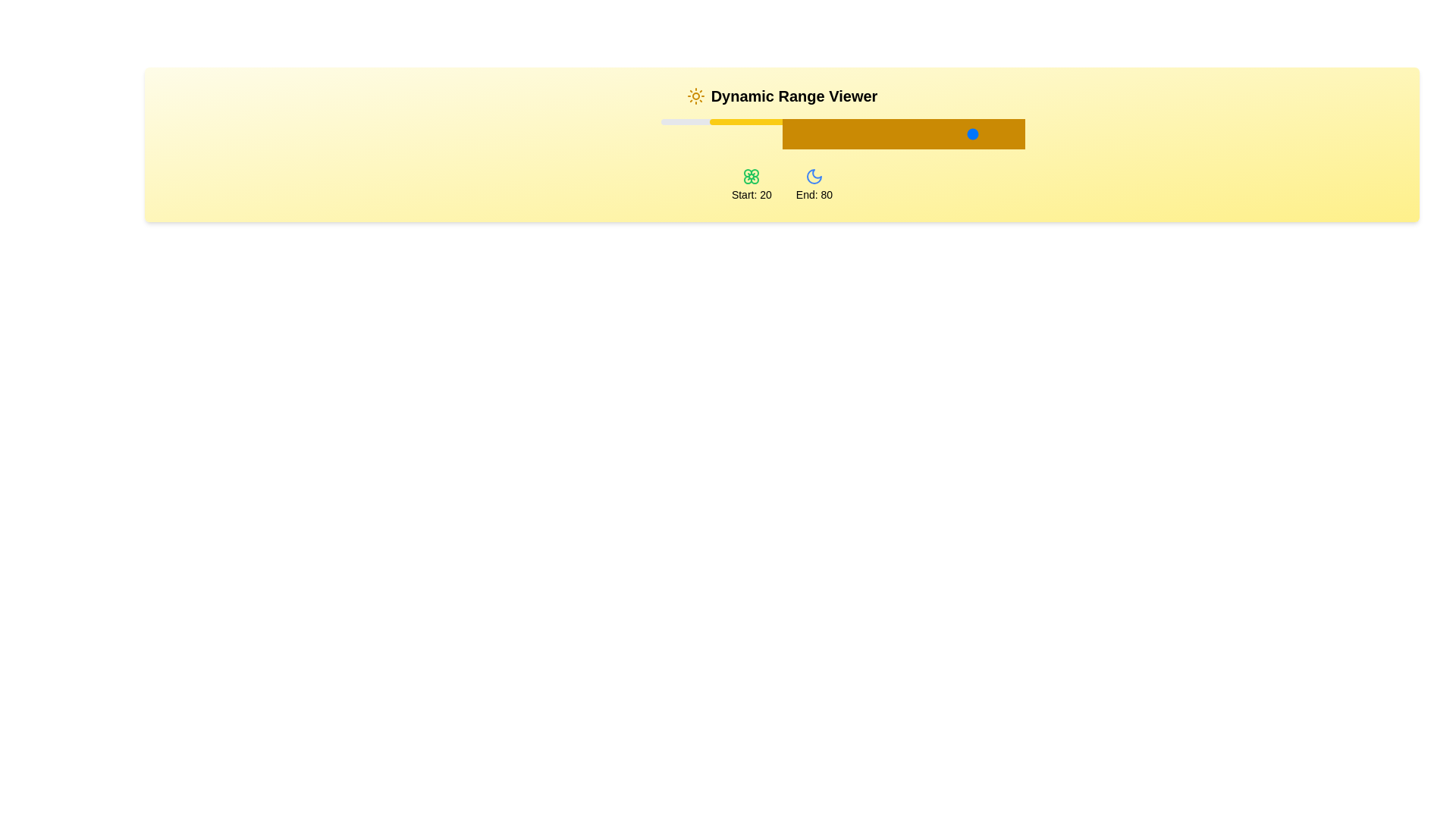 The height and width of the screenshot is (819, 1456). Describe the element at coordinates (789, 133) in the screenshot. I see `the slider value` at that location.